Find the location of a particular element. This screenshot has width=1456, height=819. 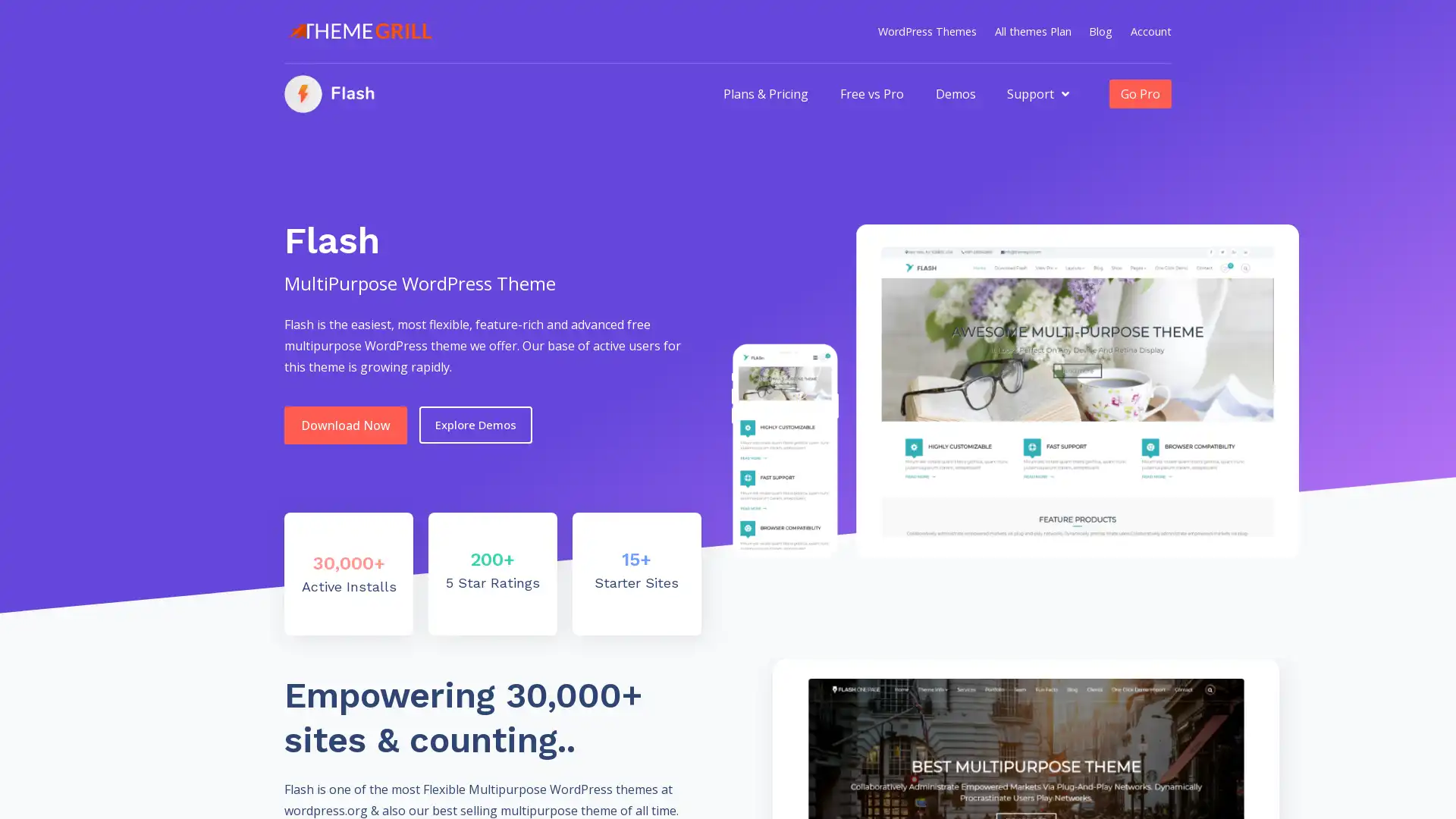

Explore Demos is located at coordinates (475, 425).